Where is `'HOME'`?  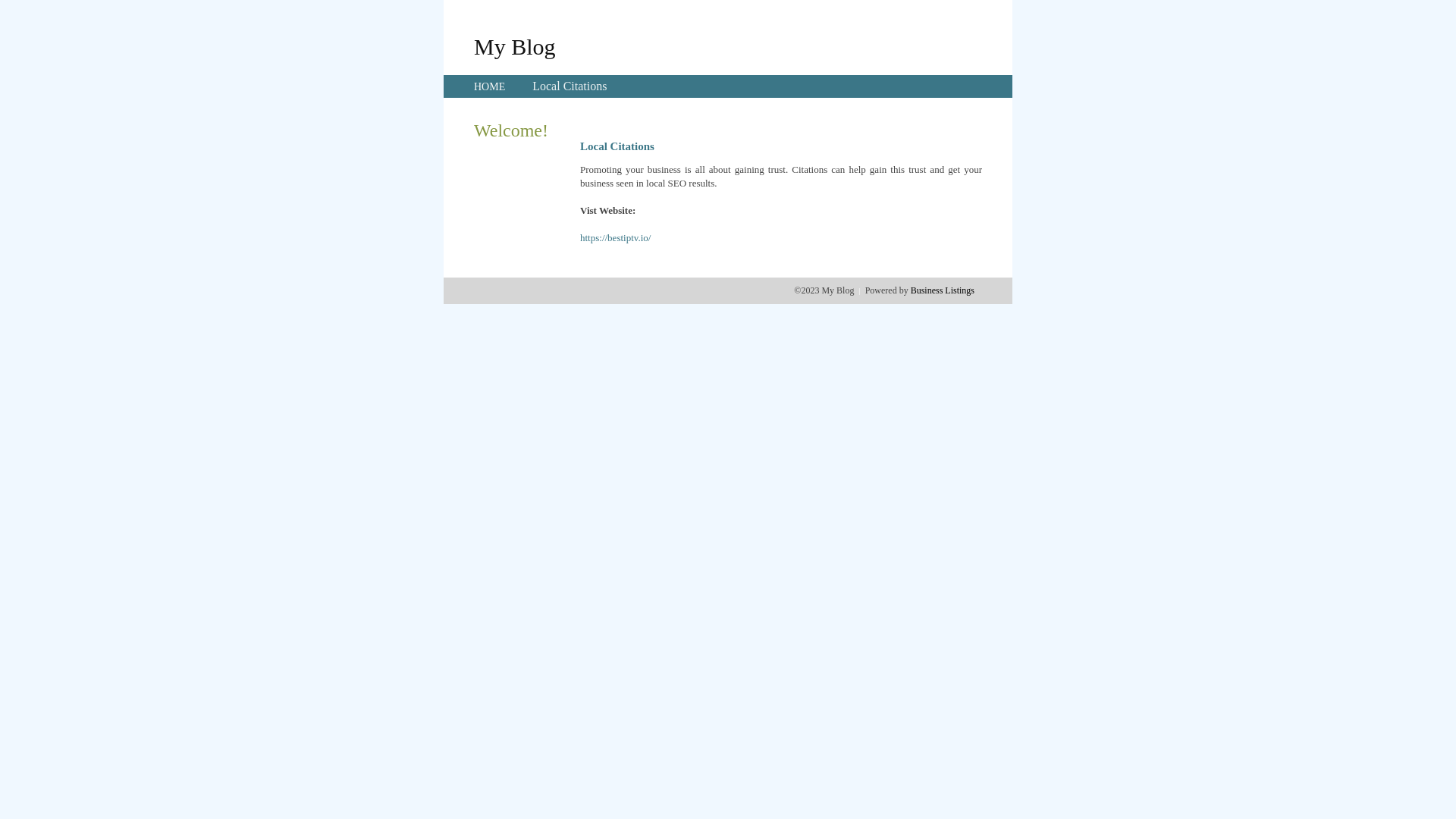
'HOME' is located at coordinates (489, 86).